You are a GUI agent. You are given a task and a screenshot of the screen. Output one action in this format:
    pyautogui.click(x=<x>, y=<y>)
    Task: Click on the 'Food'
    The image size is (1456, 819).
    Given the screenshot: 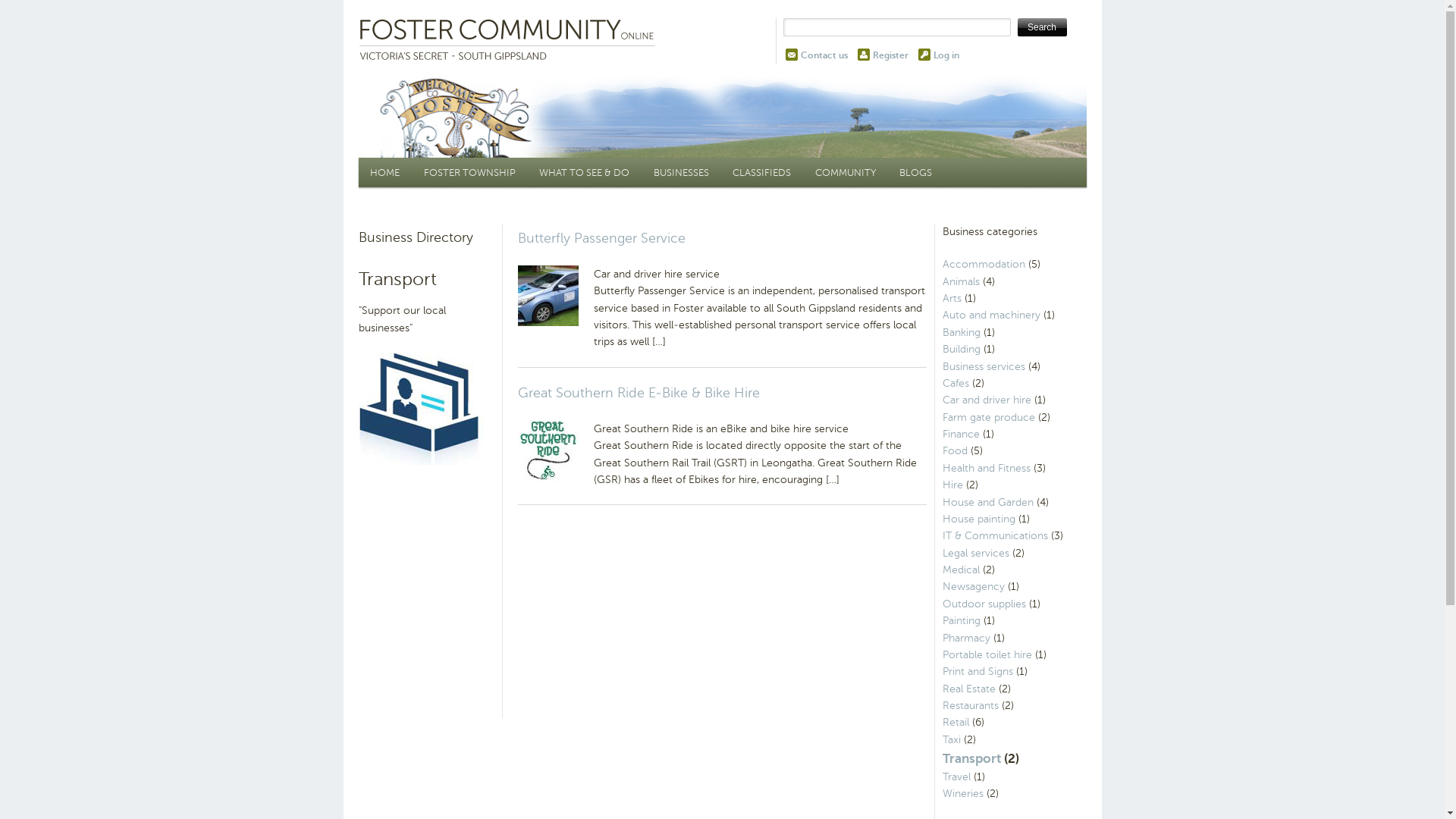 What is the action you would take?
    pyautogui.click(x=953, y=450)
    